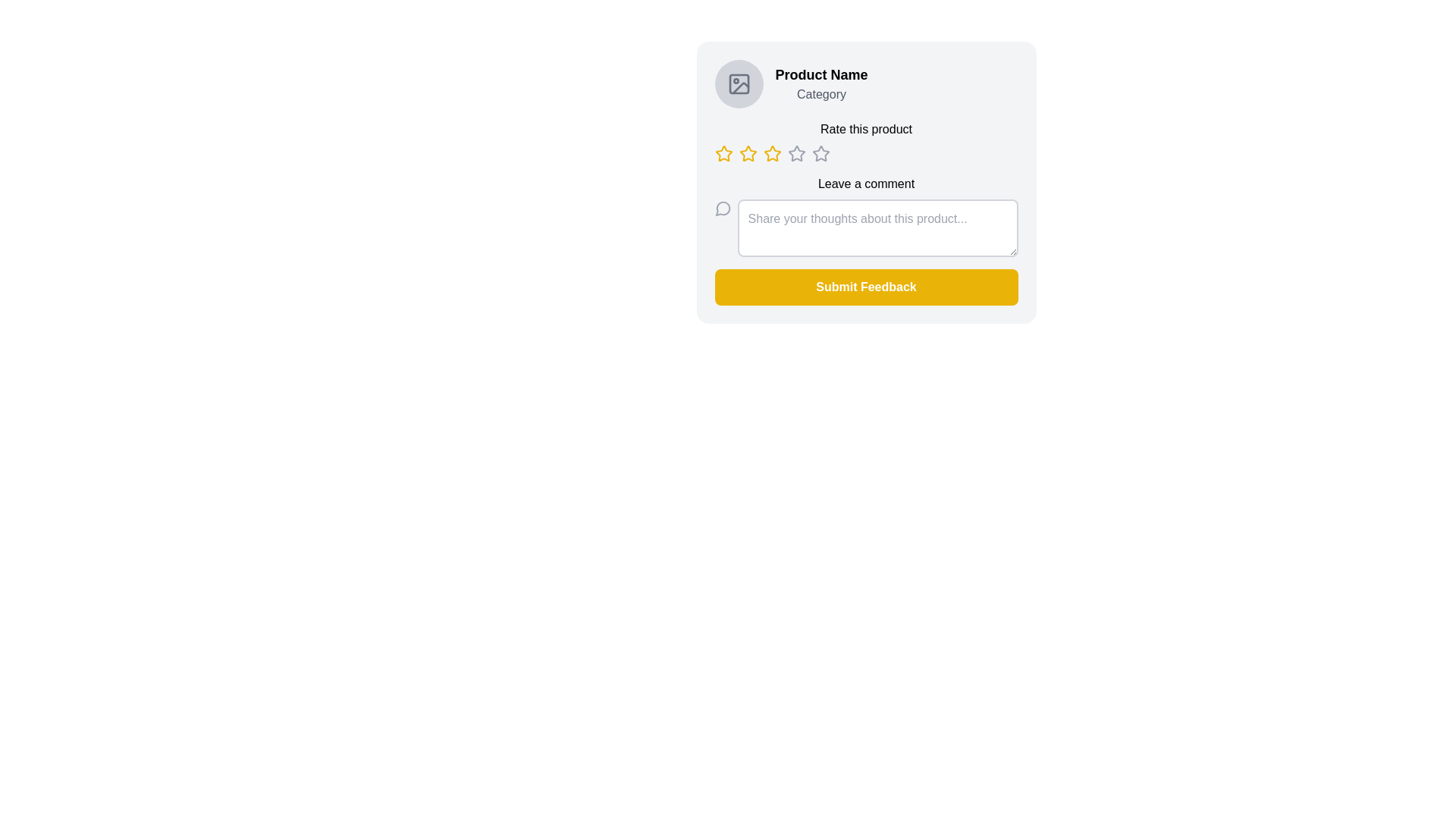  Describe the element at coordinates (739, 84) in the screenshot. I see `the icon indicating an image or placeholder located in a circular background at the top-left corner of the card, to the left of the 'Product Name' text` at that location.